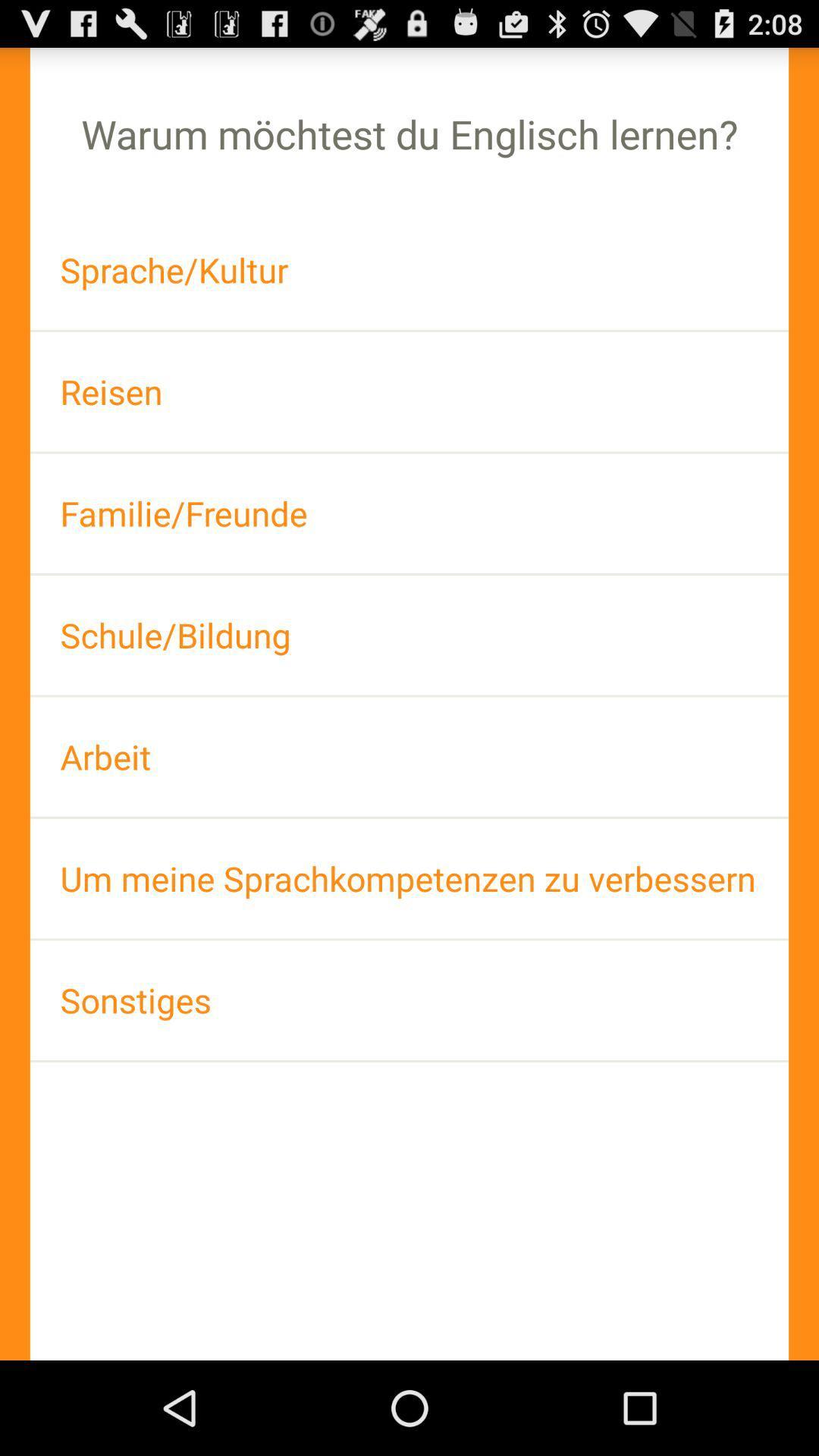 This screenshot has height=1456, width=819. What do you see at coordinates (409, 513) in the screenshot?
I see `the icon above schule/bildung item` at bounding box center [409, 513].